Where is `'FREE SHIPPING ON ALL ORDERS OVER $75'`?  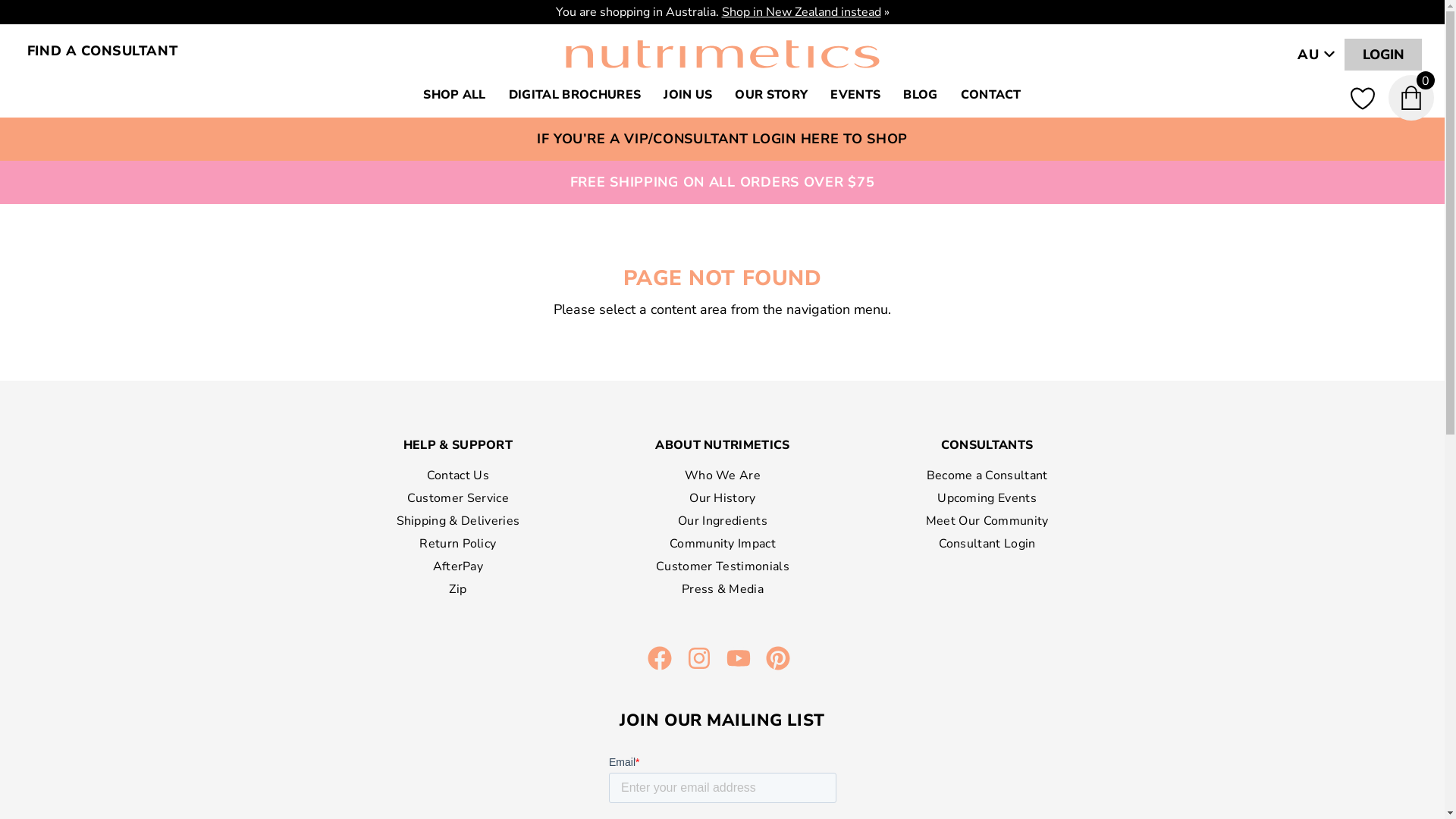
'FREE SHIPPING ON ALL ORDERS OVER $75' is located at coordinates (722, 180).